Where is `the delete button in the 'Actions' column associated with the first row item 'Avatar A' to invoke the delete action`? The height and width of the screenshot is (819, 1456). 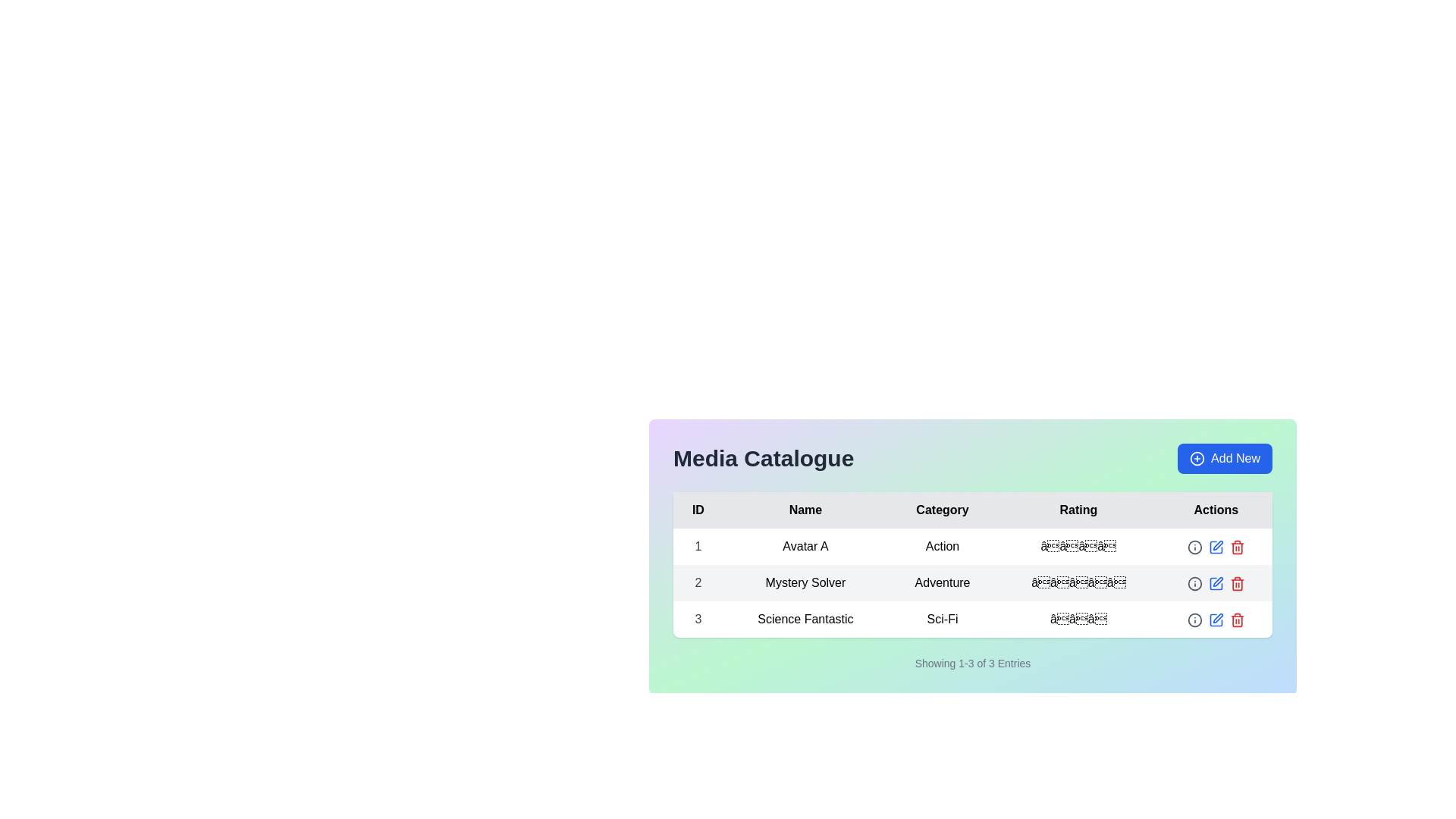
the delete button in the 'Actions' column associated with the first row item 'Avatar A' to invoke the delete action is located at coordinates (1237, 547).